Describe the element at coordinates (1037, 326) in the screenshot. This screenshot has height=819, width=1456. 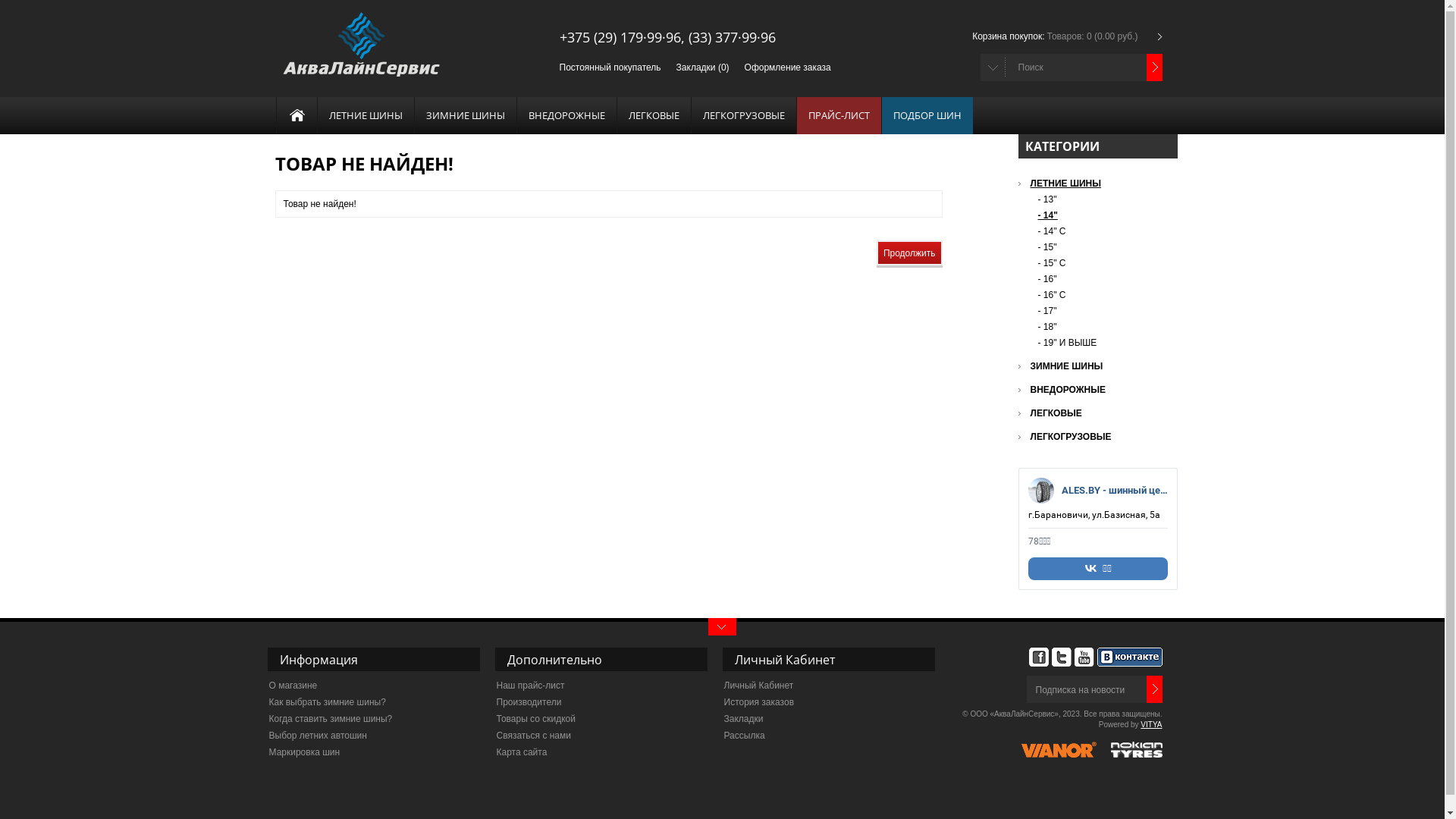
I see `'- 18"'` at that location.